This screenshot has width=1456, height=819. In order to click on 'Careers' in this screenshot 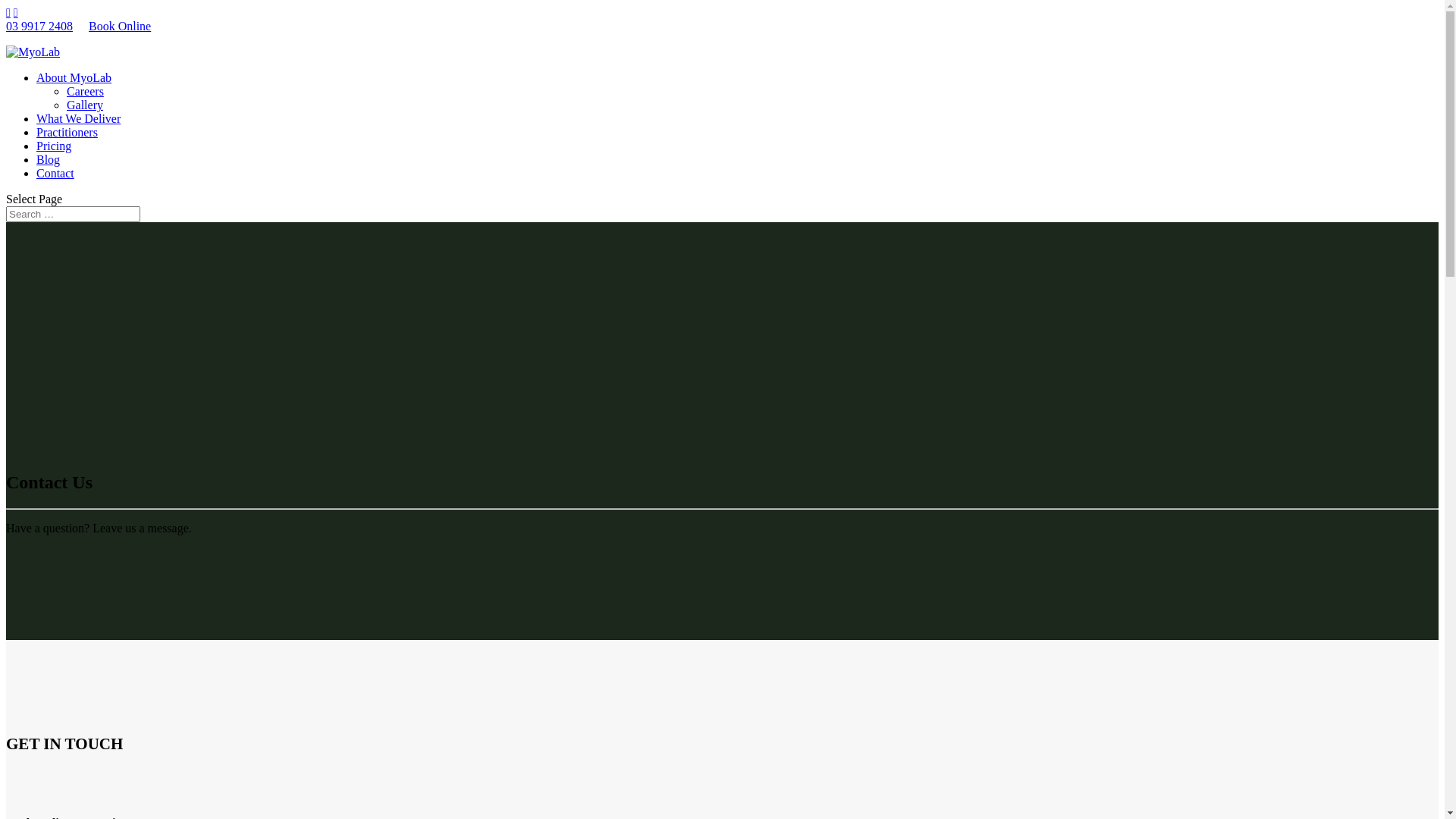, I will do `click(84, 91)`.